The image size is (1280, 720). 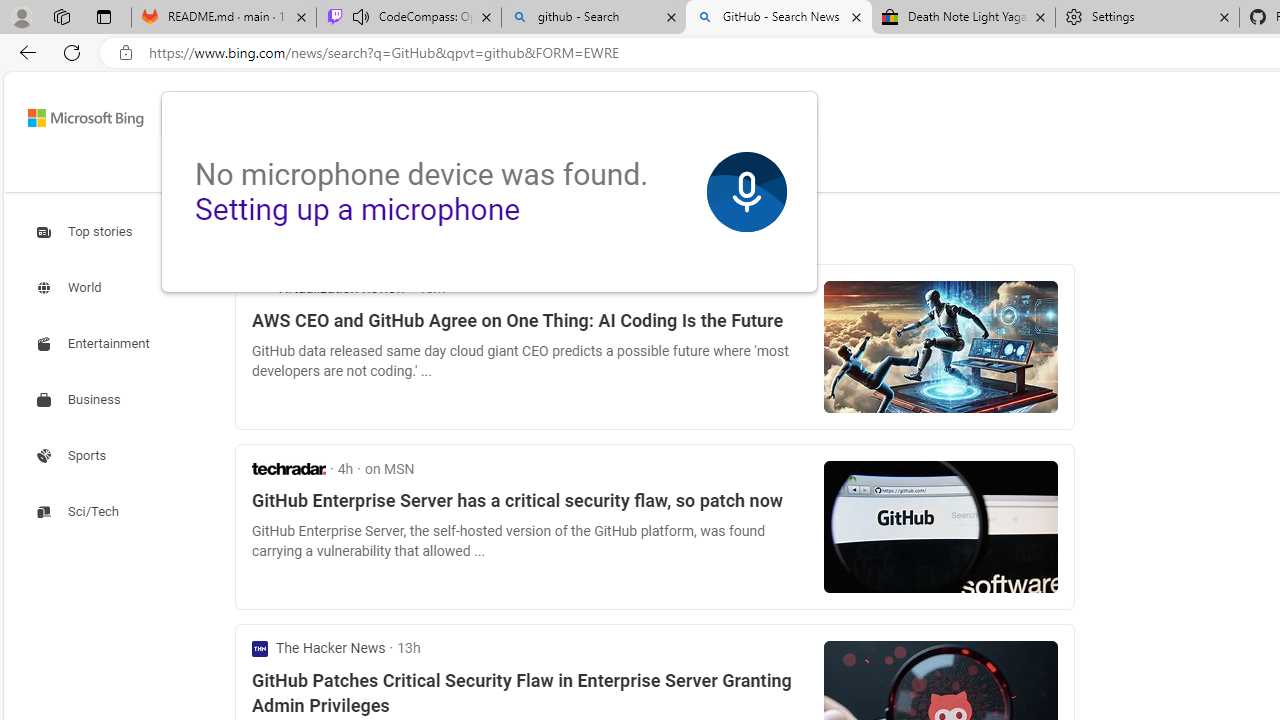 What do you see at coordinates (80, 400) in the screenshot?
I see `'Search news about Business'` at bounding box center [80, 400].